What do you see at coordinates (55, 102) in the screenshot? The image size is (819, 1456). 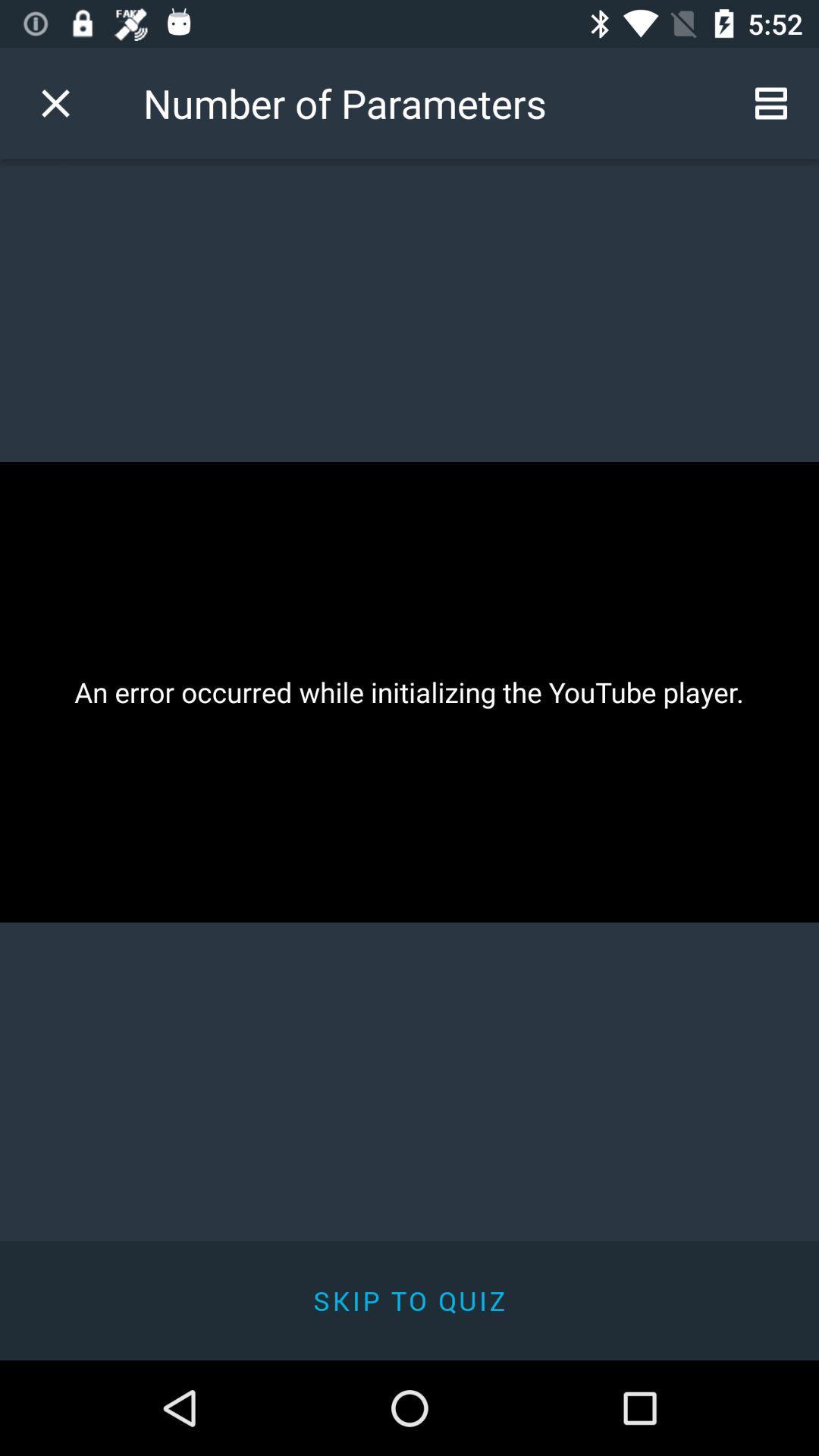 I see `icon to the left of number of parameters item` at bounding box center [55, 102].